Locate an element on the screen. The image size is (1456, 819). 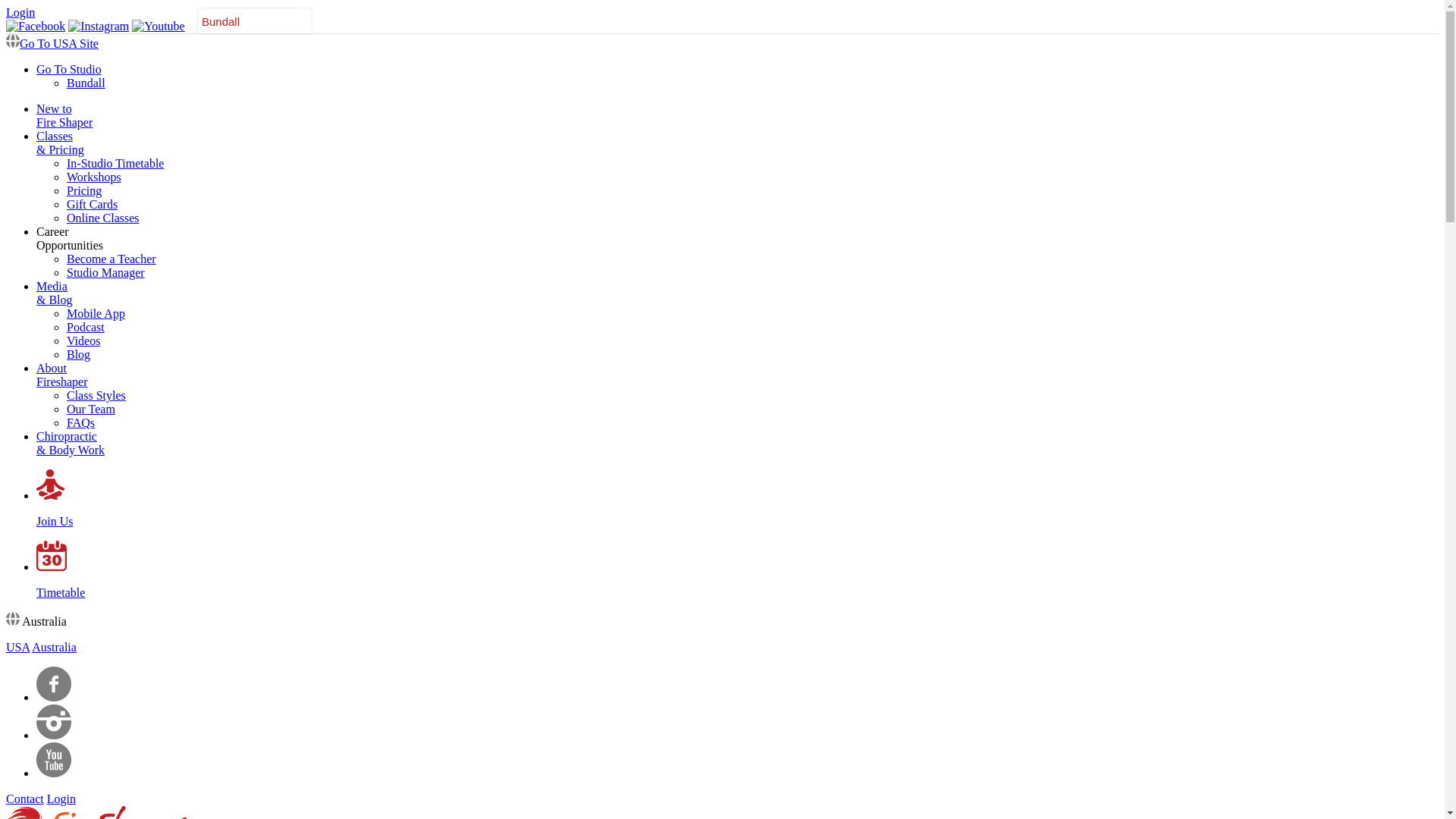
'Podcast' is located at coordinates (85, 326).